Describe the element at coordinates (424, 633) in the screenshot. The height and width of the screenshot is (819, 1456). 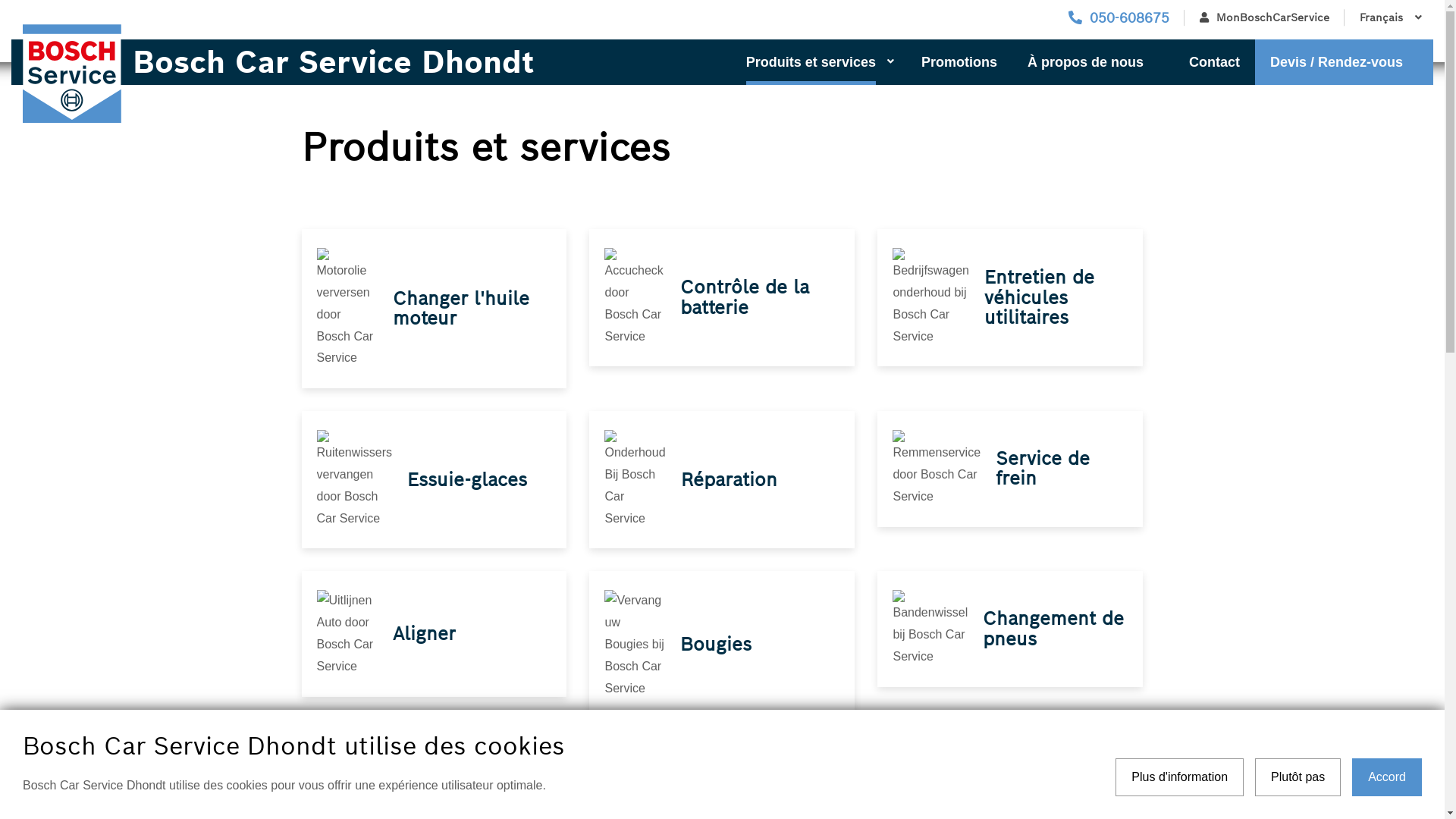
I see `'Aligner'` at that location.